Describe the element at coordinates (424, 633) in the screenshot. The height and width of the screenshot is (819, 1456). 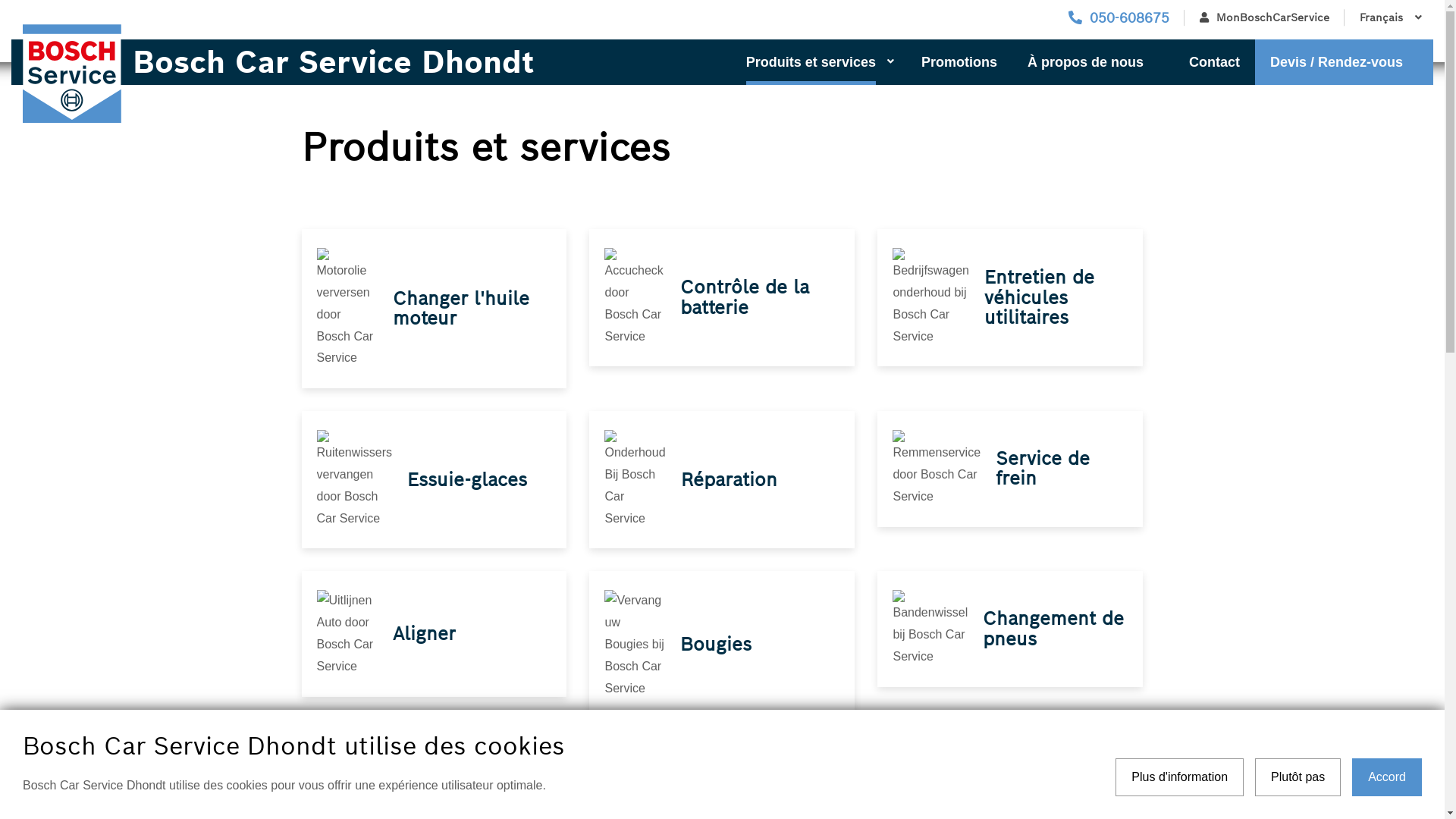
I see `'Aligner'` at that location.